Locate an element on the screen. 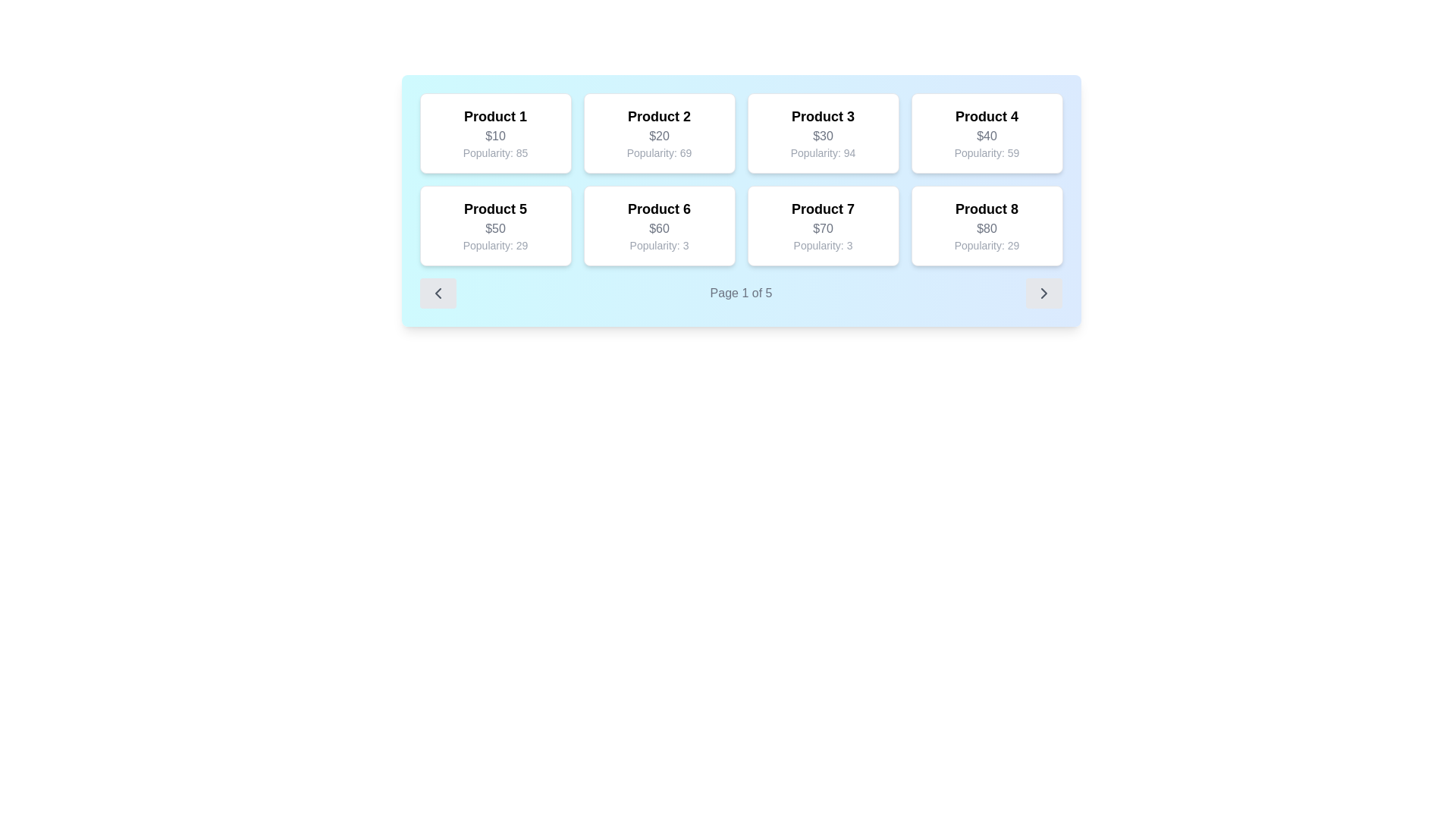 This screenshot has width=1456, height=819. the text label displaying the price '$40', which is styled in gray, to potentially reveal a tooltip is located at coordinates (987, 136).